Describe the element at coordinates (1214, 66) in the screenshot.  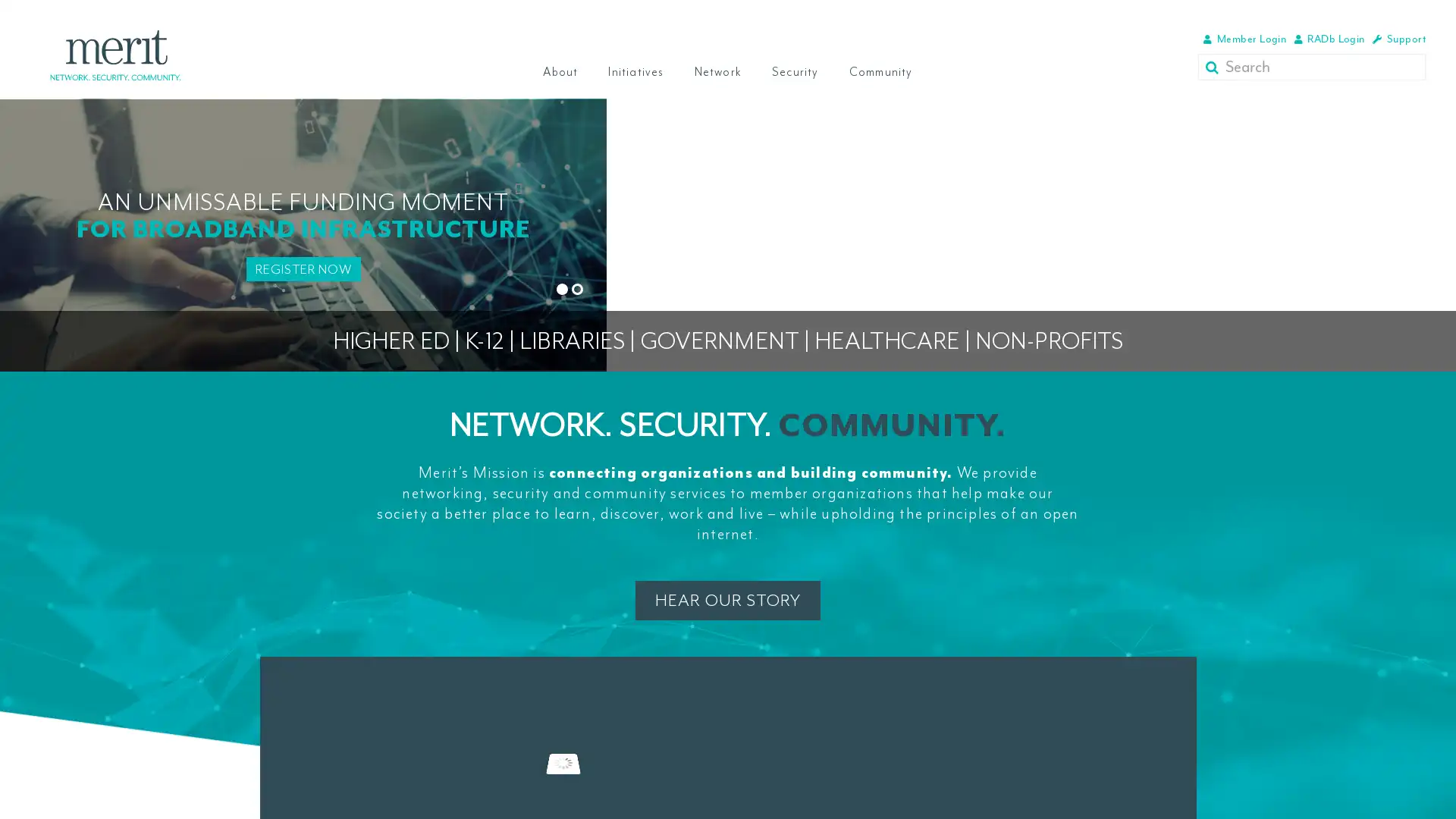
I see `SUBMIT` at that location.